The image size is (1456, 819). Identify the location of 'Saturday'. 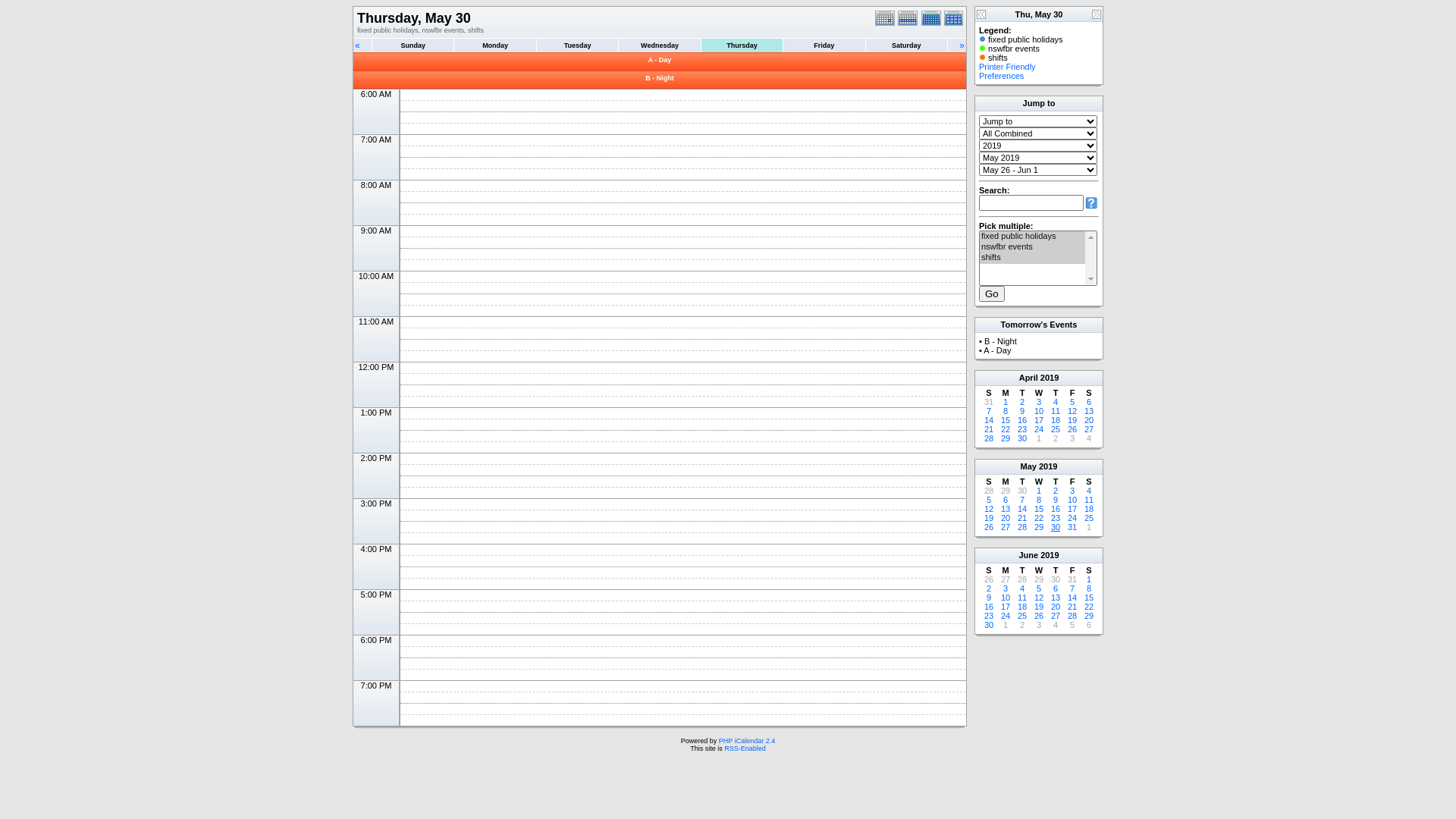
(906, 45).